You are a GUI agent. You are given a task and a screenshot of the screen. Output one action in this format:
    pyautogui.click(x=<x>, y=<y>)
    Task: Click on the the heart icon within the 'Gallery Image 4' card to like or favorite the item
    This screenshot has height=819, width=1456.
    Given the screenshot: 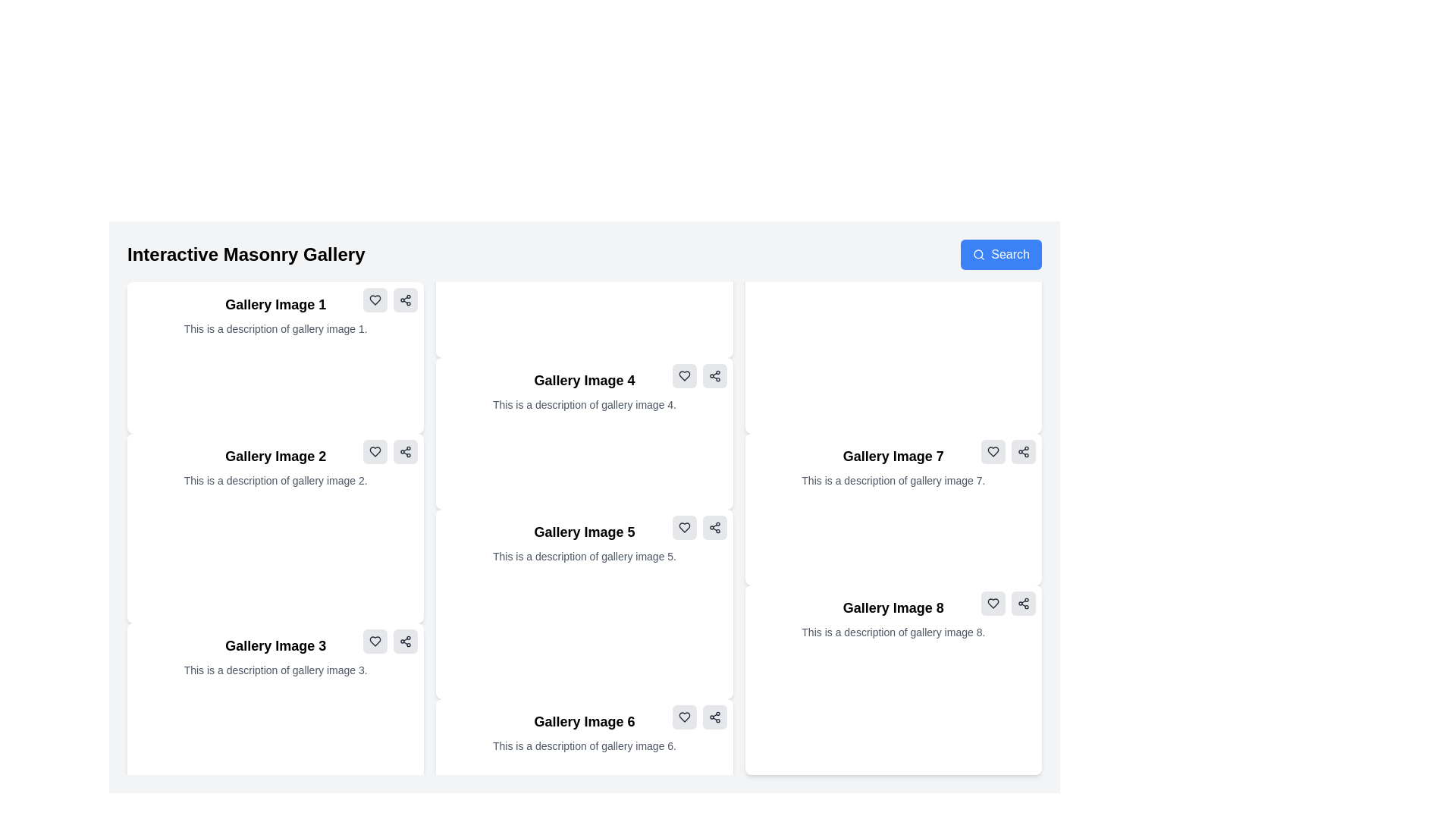 What is the action you would take?
    pyautogui.click(x=683, y=375)
    